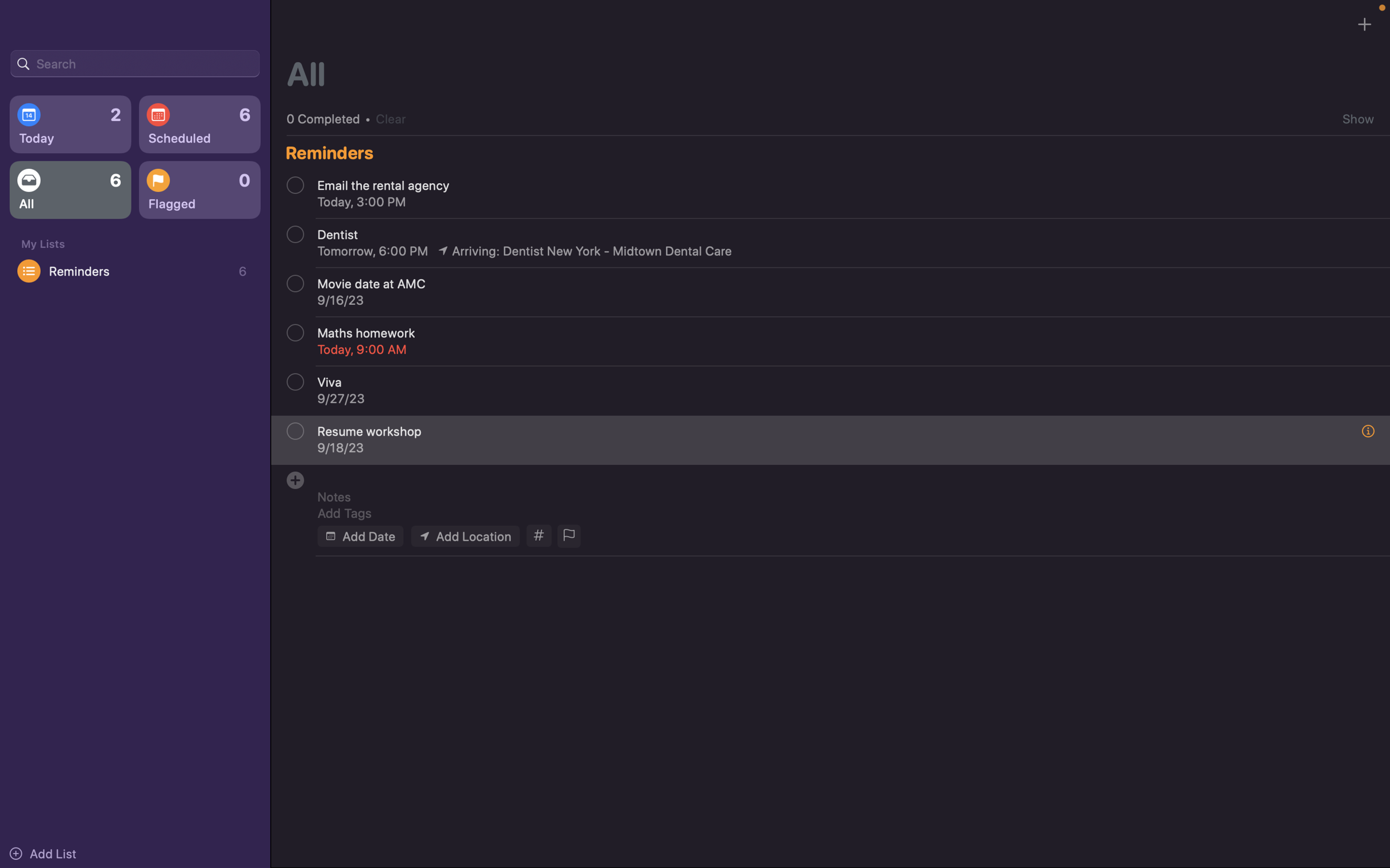  What do you see at coordinates (464, 535) in the screenshot?
I see `Assign the location of the conference as "Mellon Institute` at bounding box center [464, 535].